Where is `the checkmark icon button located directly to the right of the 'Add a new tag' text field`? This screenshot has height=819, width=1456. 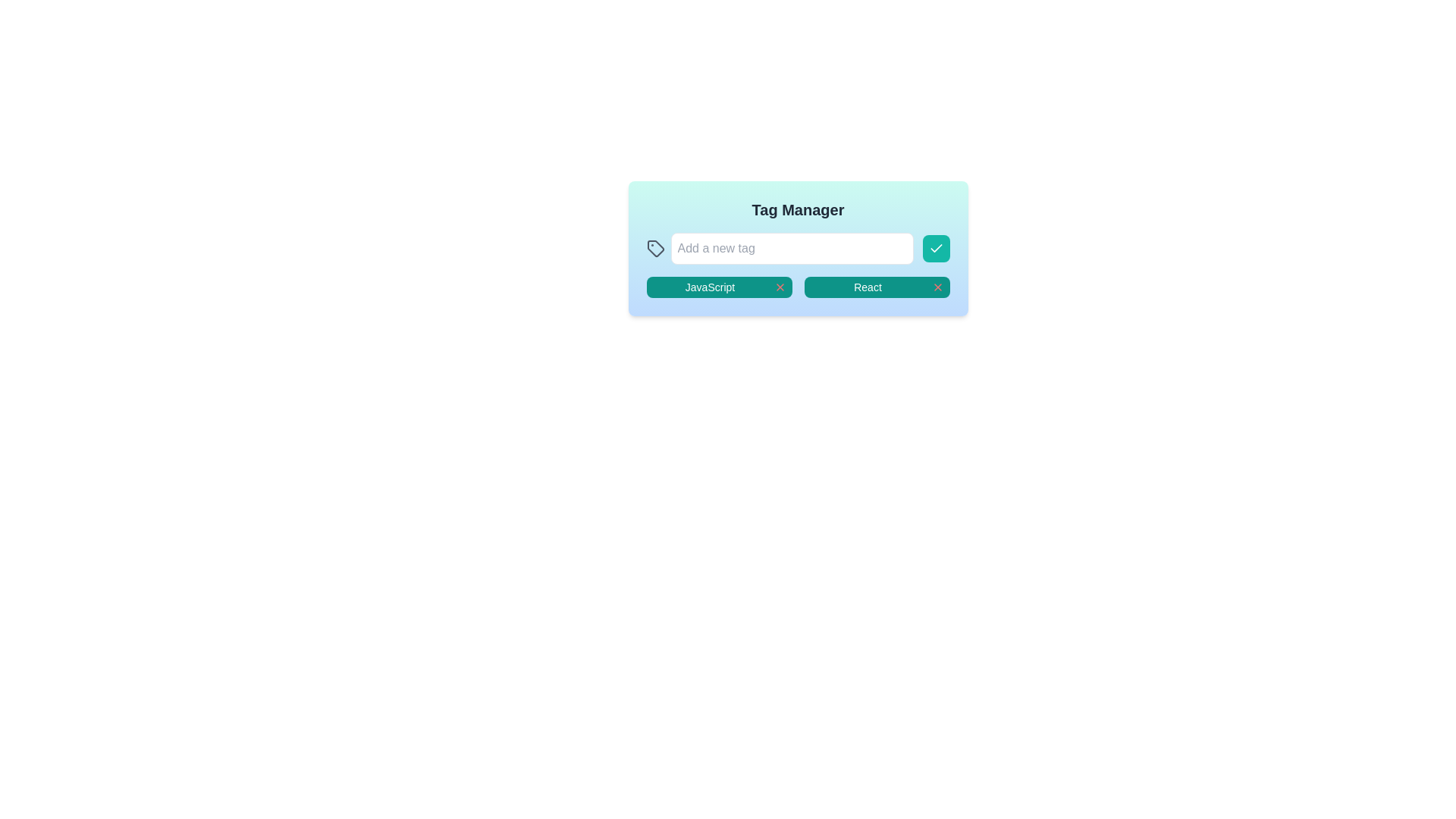
the checkmark icon button located directly to the right of the 'Add a new tag' text field is located at coordinates (935, 247).